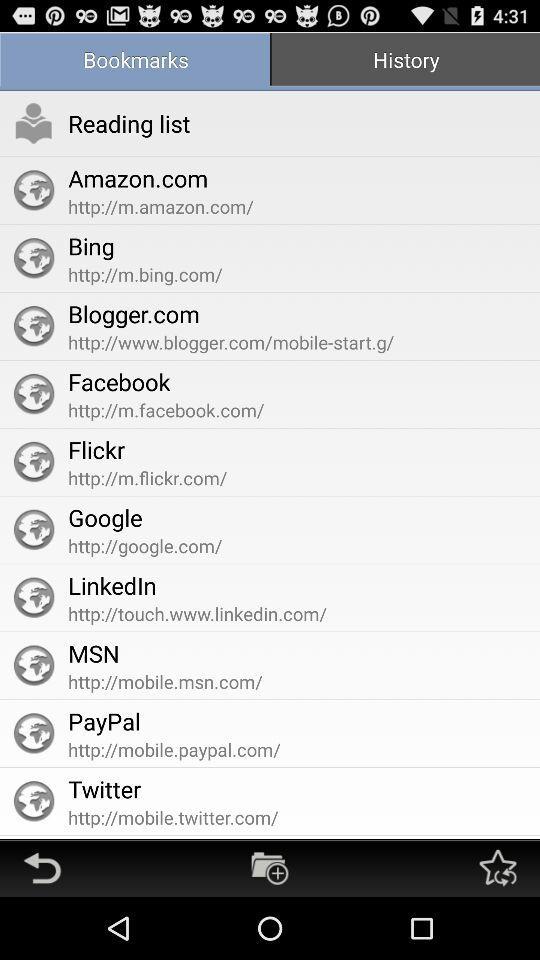 The height and width of the screenshot is (960, 540). What do you see at coordinates (42, 929) in the screenshot?
I see `the undo icon` at bounding box center [42, 929].